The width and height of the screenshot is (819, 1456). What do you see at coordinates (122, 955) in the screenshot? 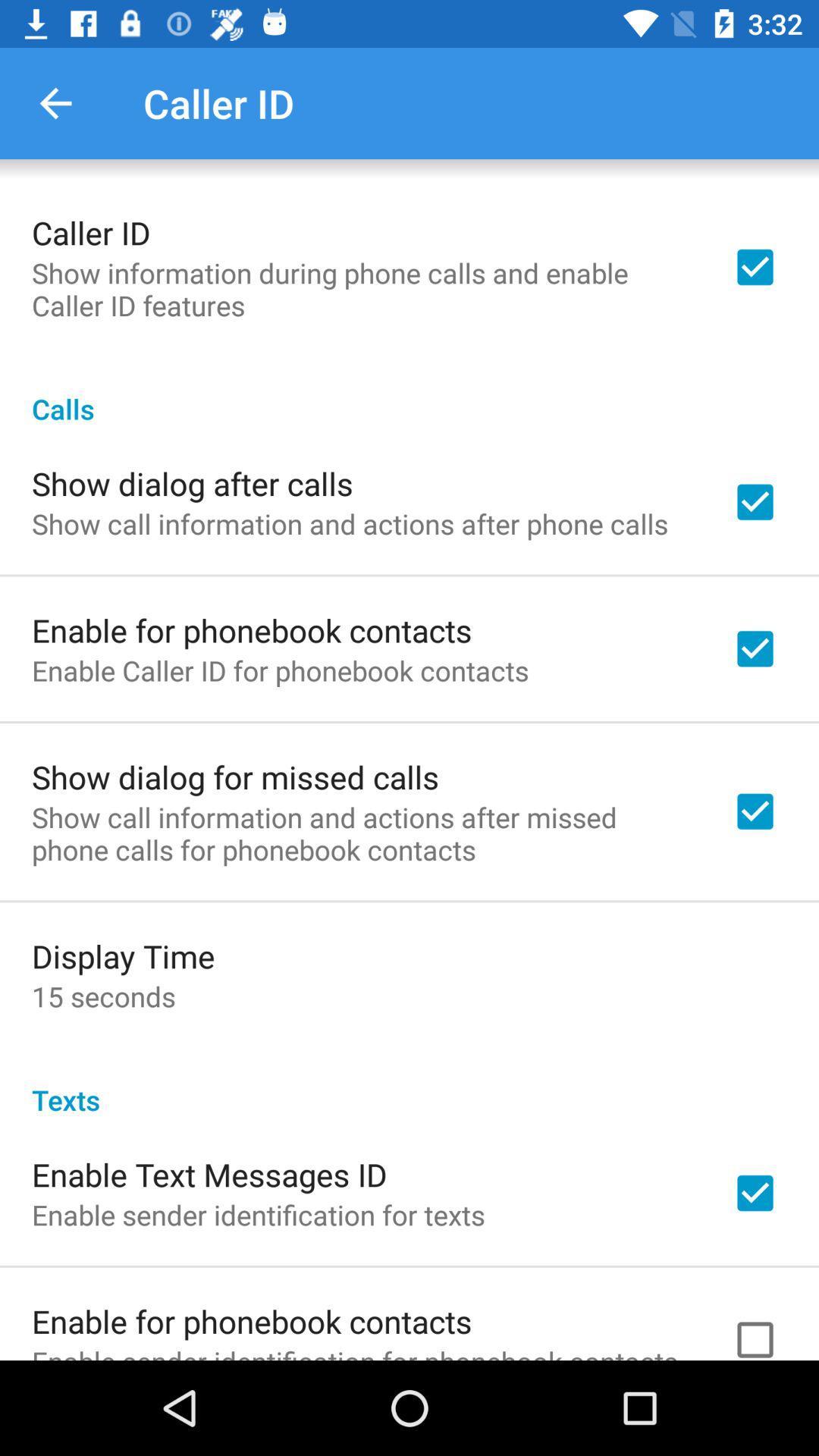
I see `the display time` at bounding box center [122, 955].